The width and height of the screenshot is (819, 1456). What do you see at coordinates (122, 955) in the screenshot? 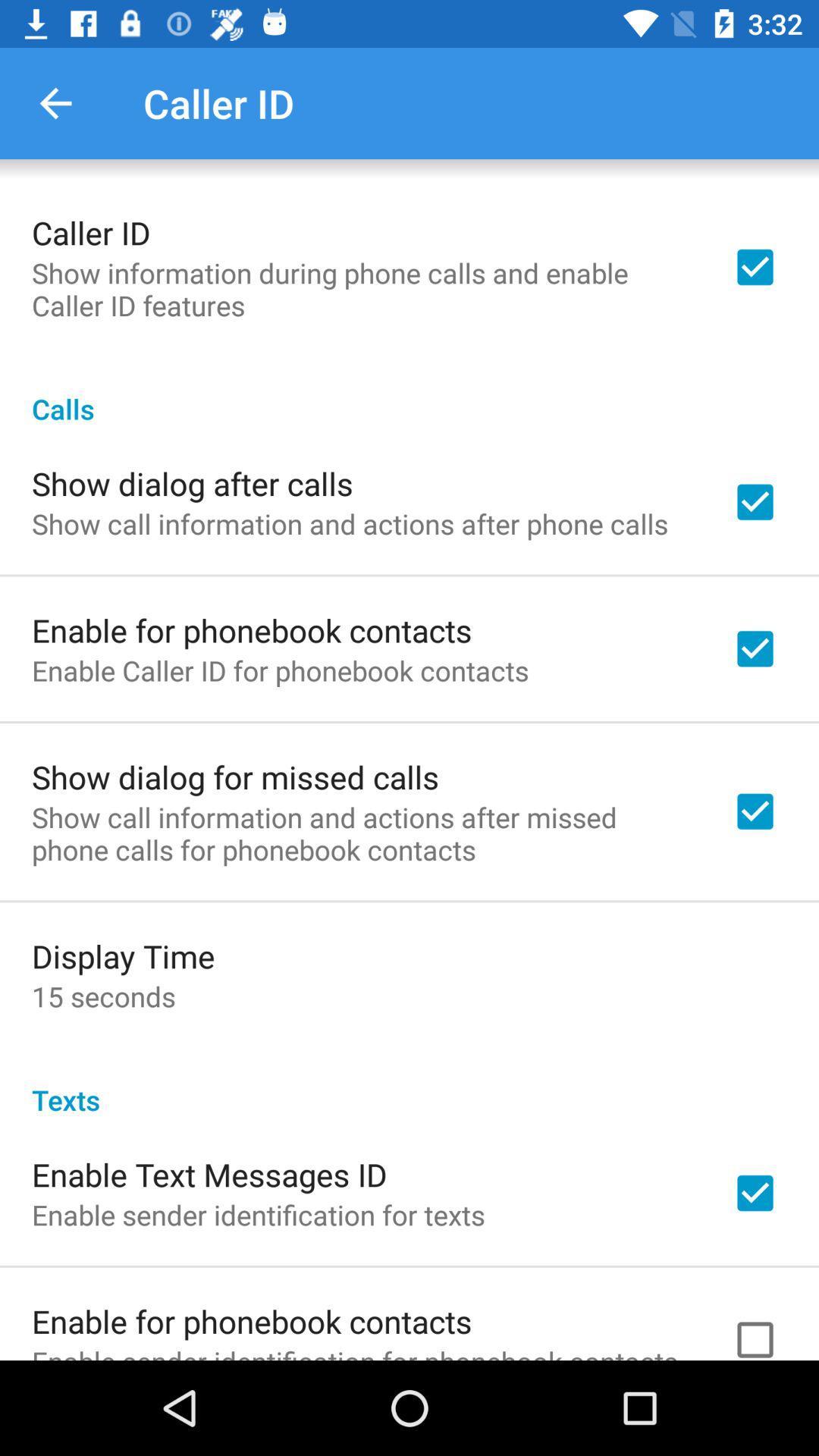
I see `the display time` at bounding box center [122, 955].